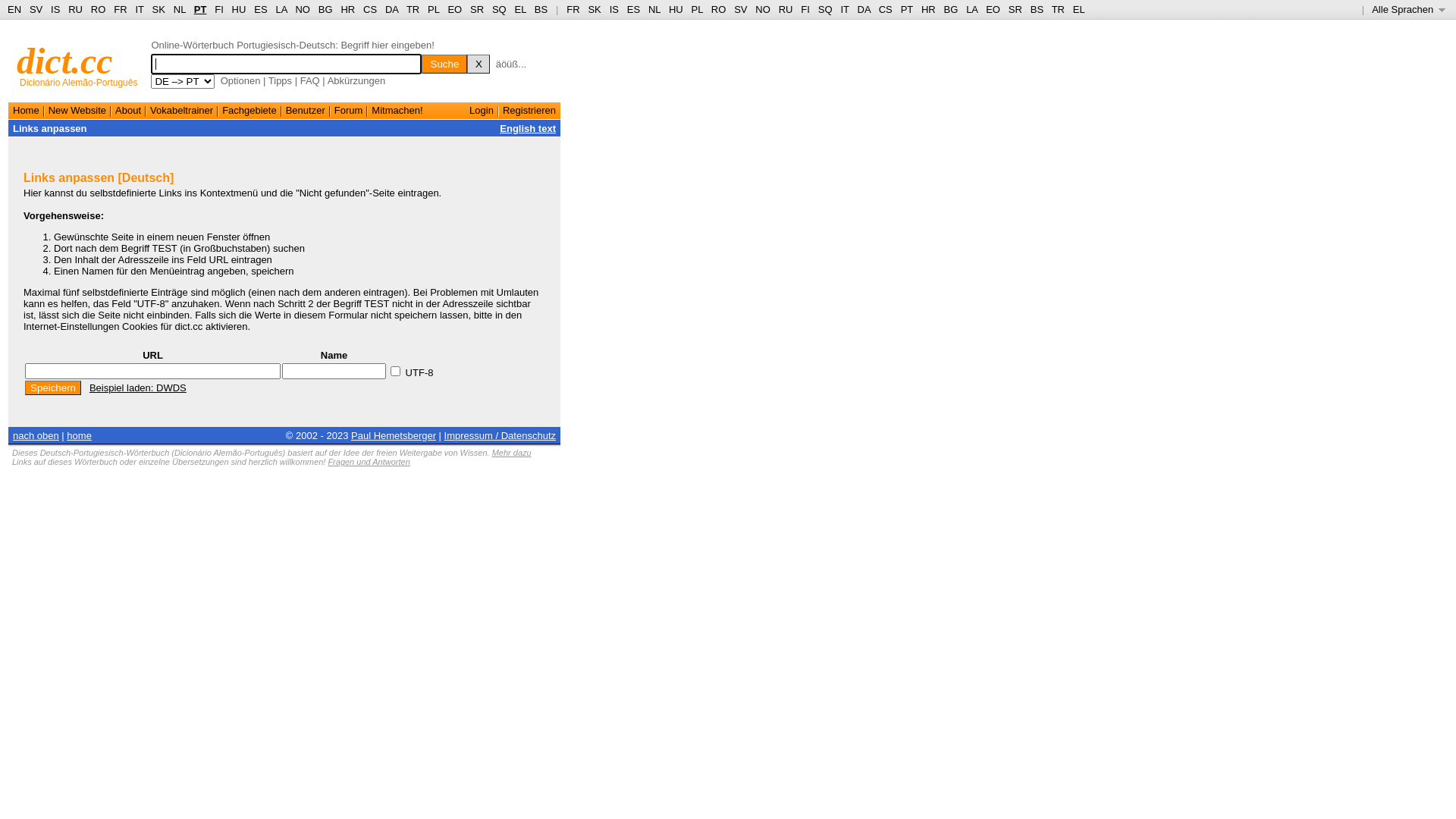 This screenshot has width=1456, height=819. Describe the element at coordinates (138, 387) in the screenshot. I see `'Beispiel laden: DWDS'` at that location.